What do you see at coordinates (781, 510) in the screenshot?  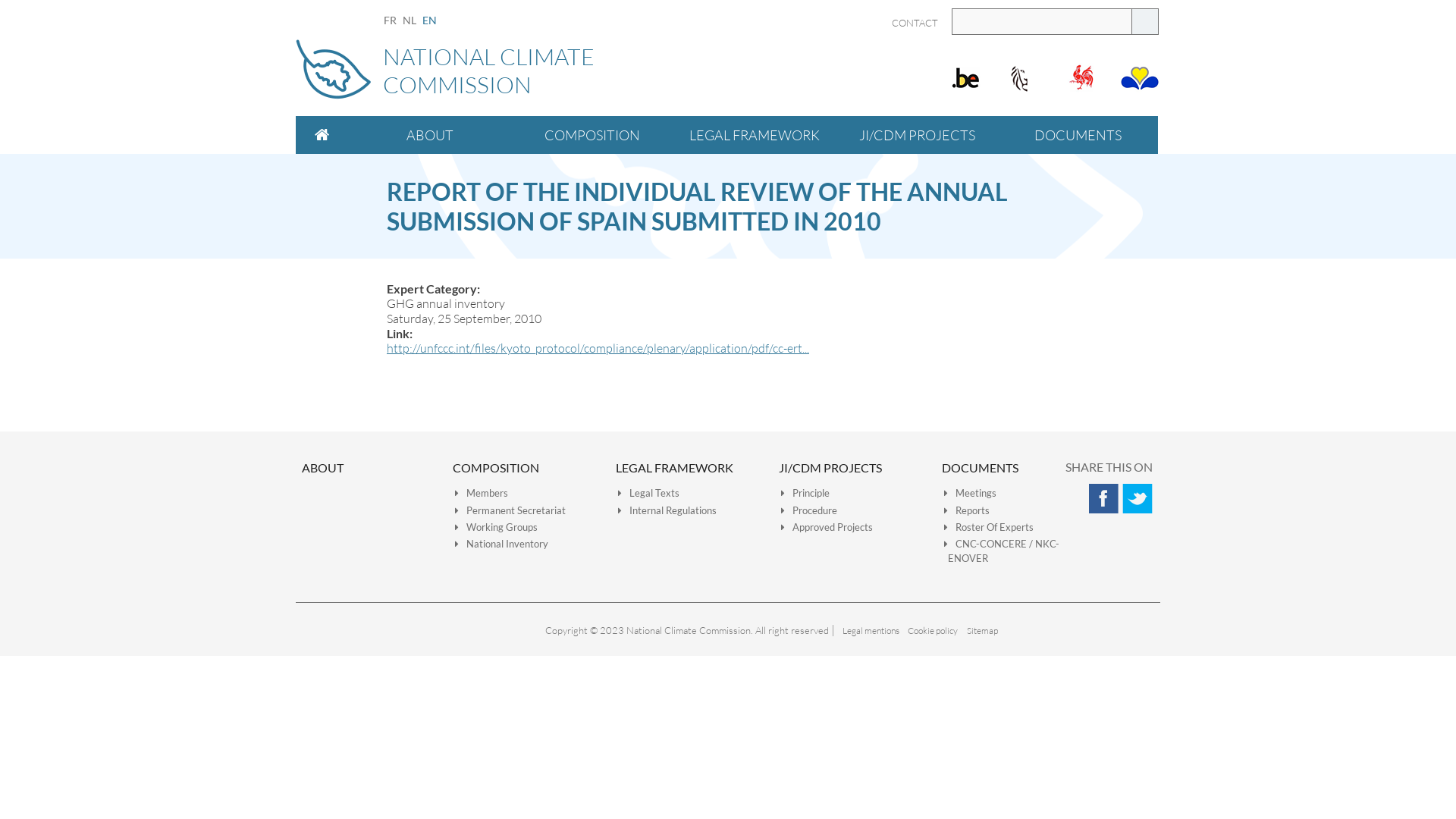 I see `'Procedure'` at bounding box center [781, 510].